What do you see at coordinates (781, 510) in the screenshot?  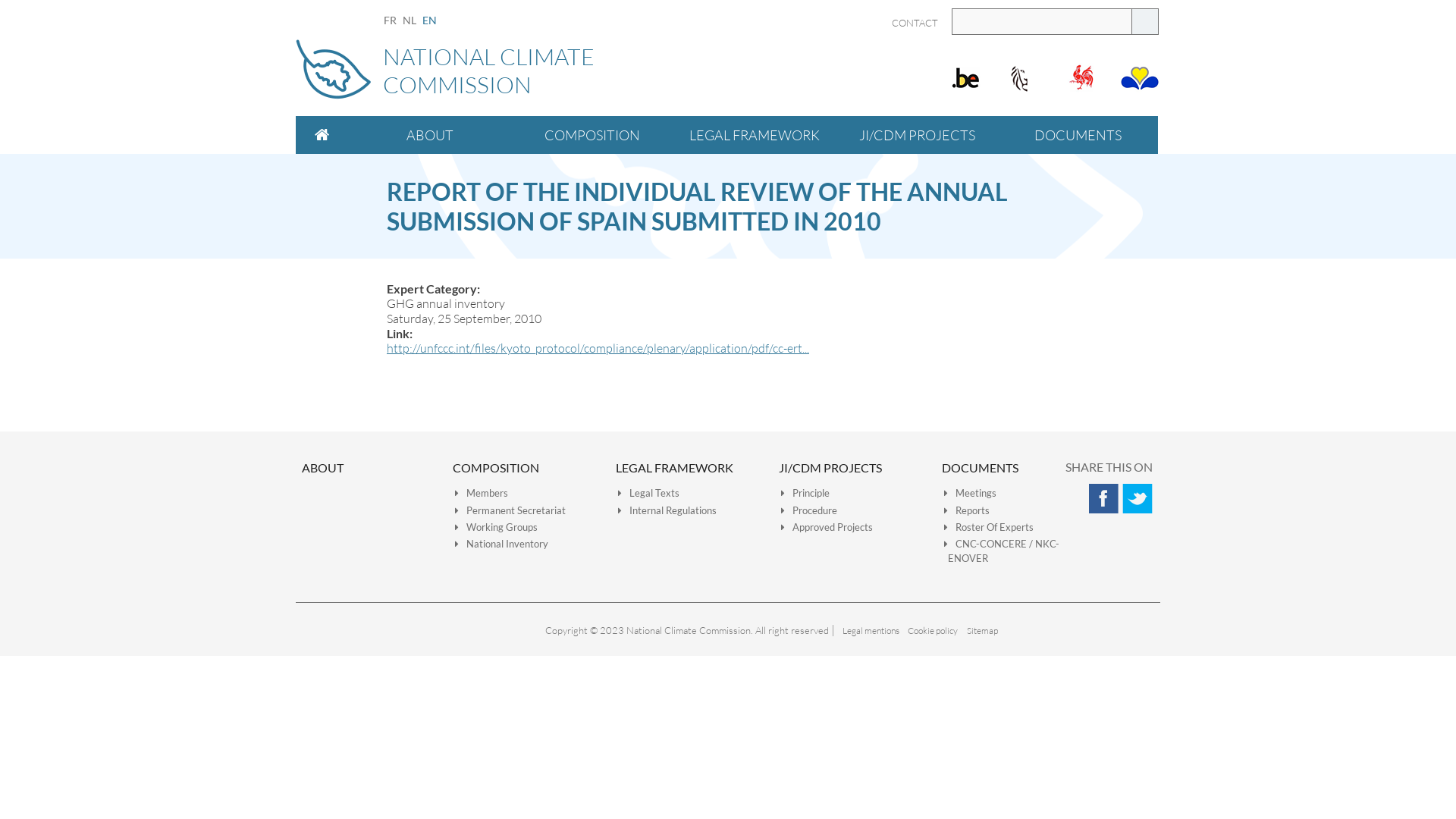 I see `'Procedure'` at bounding box center [781, 510].